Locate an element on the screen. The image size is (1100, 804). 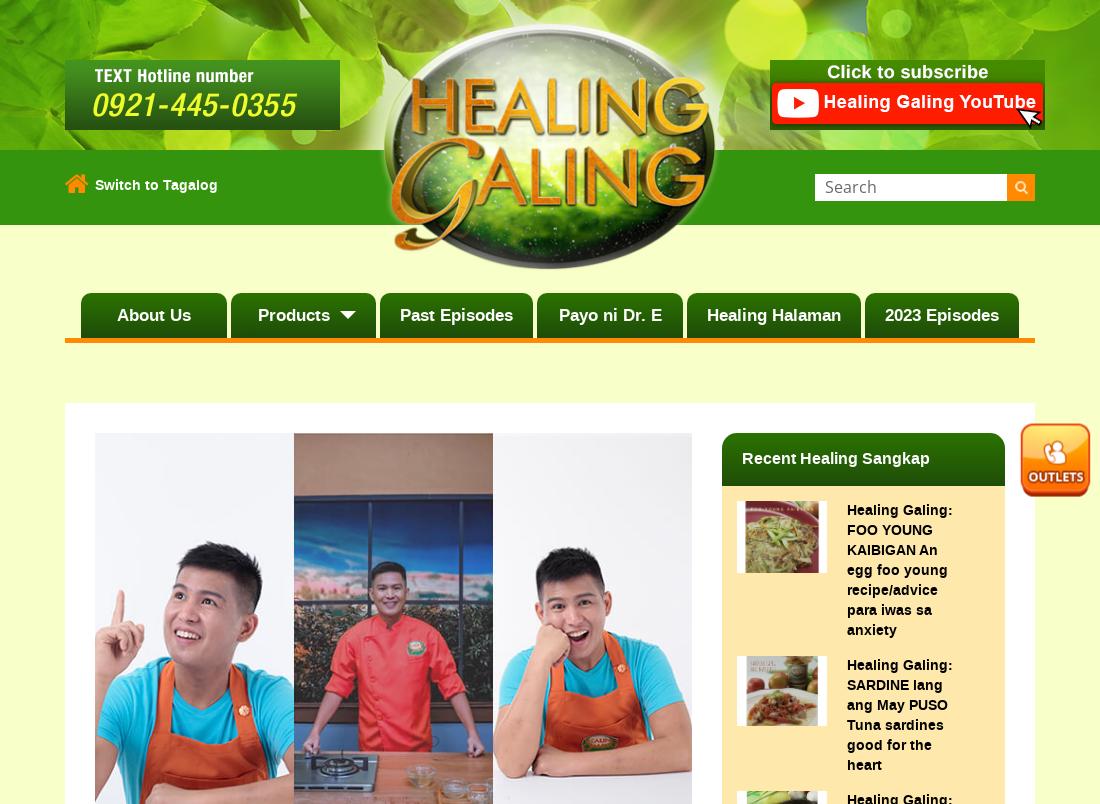
'Healing Galing: SARDINE lang ang May PUSO Tuna sardines good for the heart' is located at coordinates (899, 714).